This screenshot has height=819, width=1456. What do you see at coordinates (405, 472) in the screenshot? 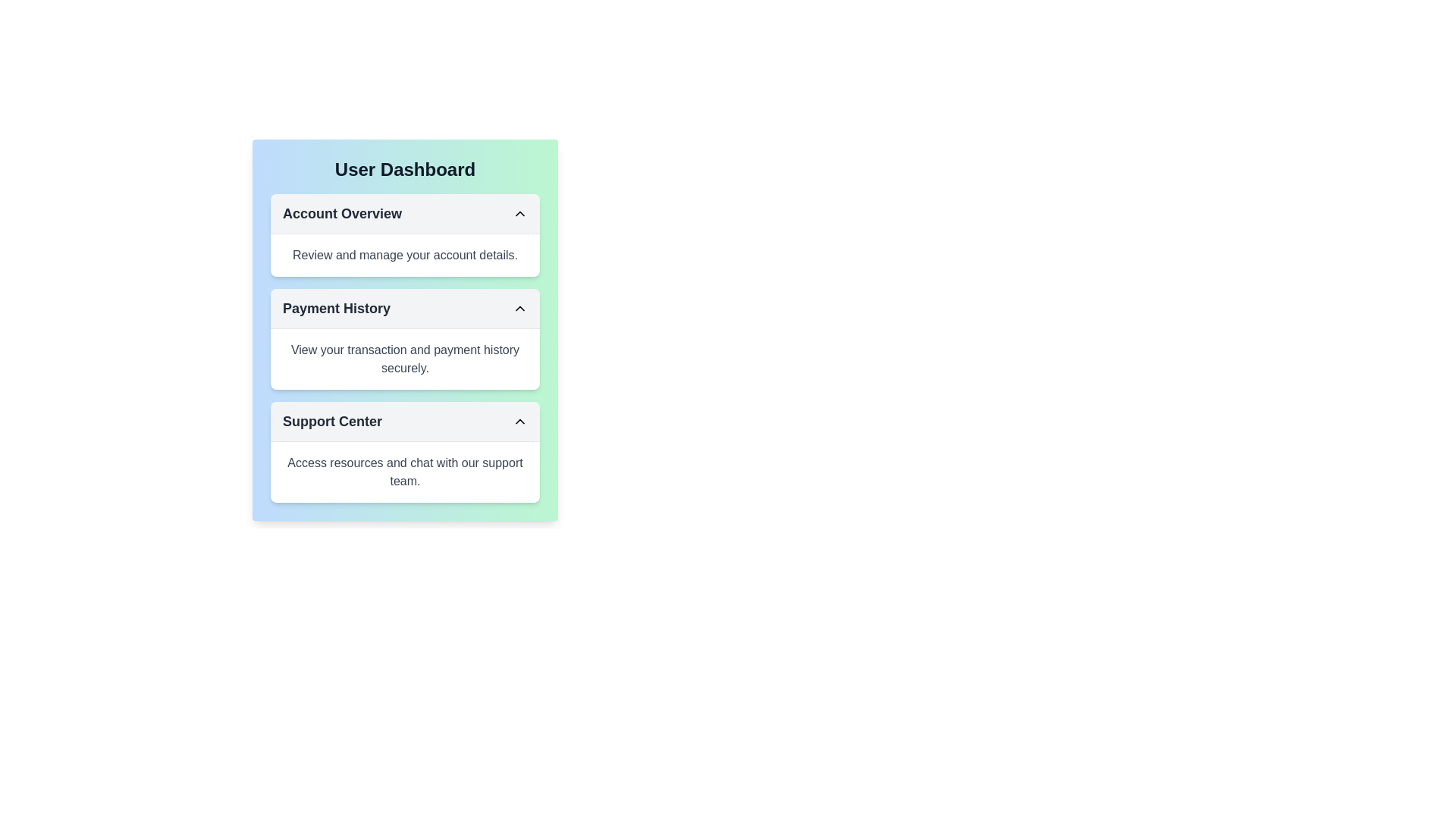
I see `the static text element that displays 'Access resources and chat with our support team.' located in the 'Support Center' section of the User Dashboard` at bounding box center [405, 472].